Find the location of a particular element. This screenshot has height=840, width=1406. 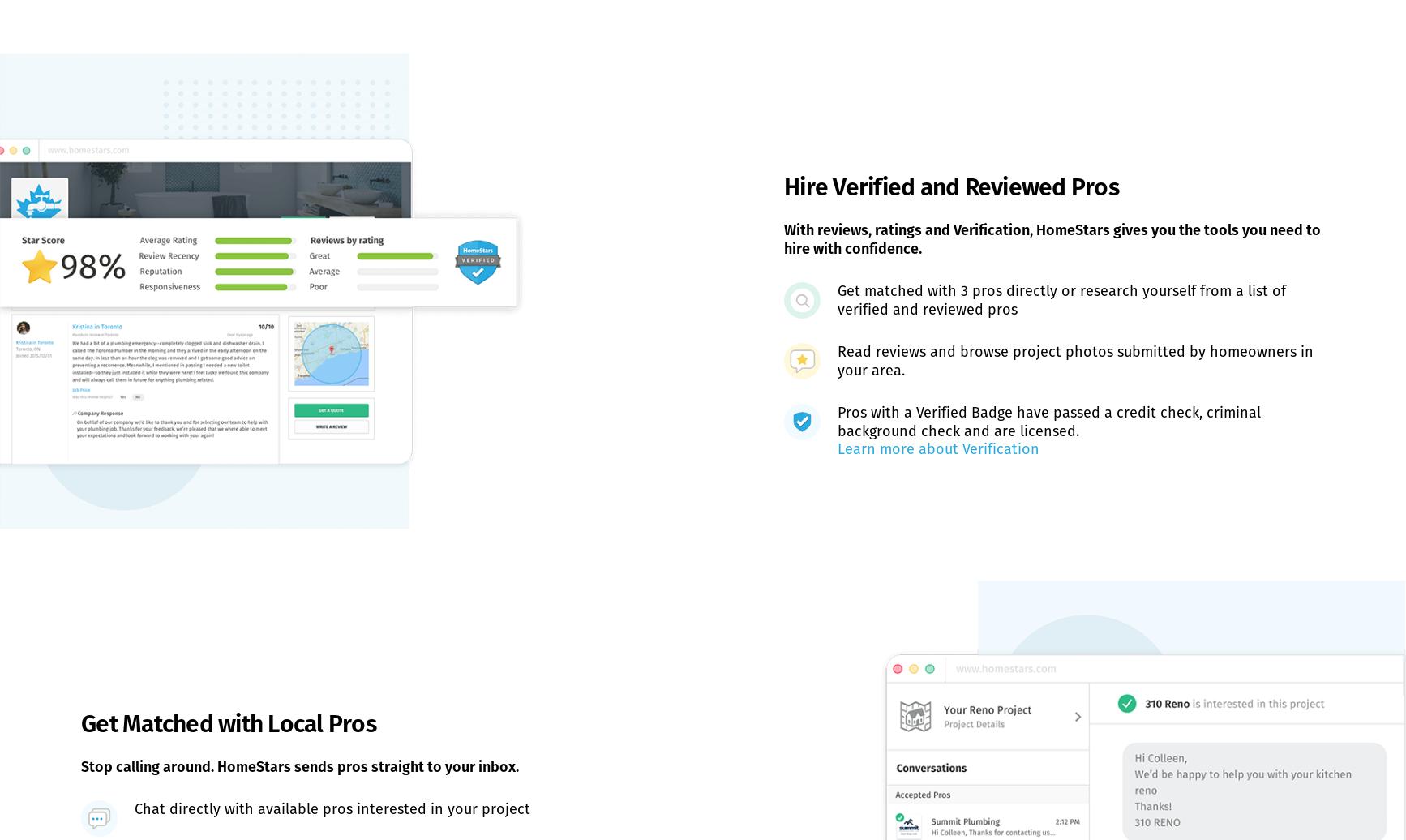

'Browse Categories' is located at coordinates (257, 556).